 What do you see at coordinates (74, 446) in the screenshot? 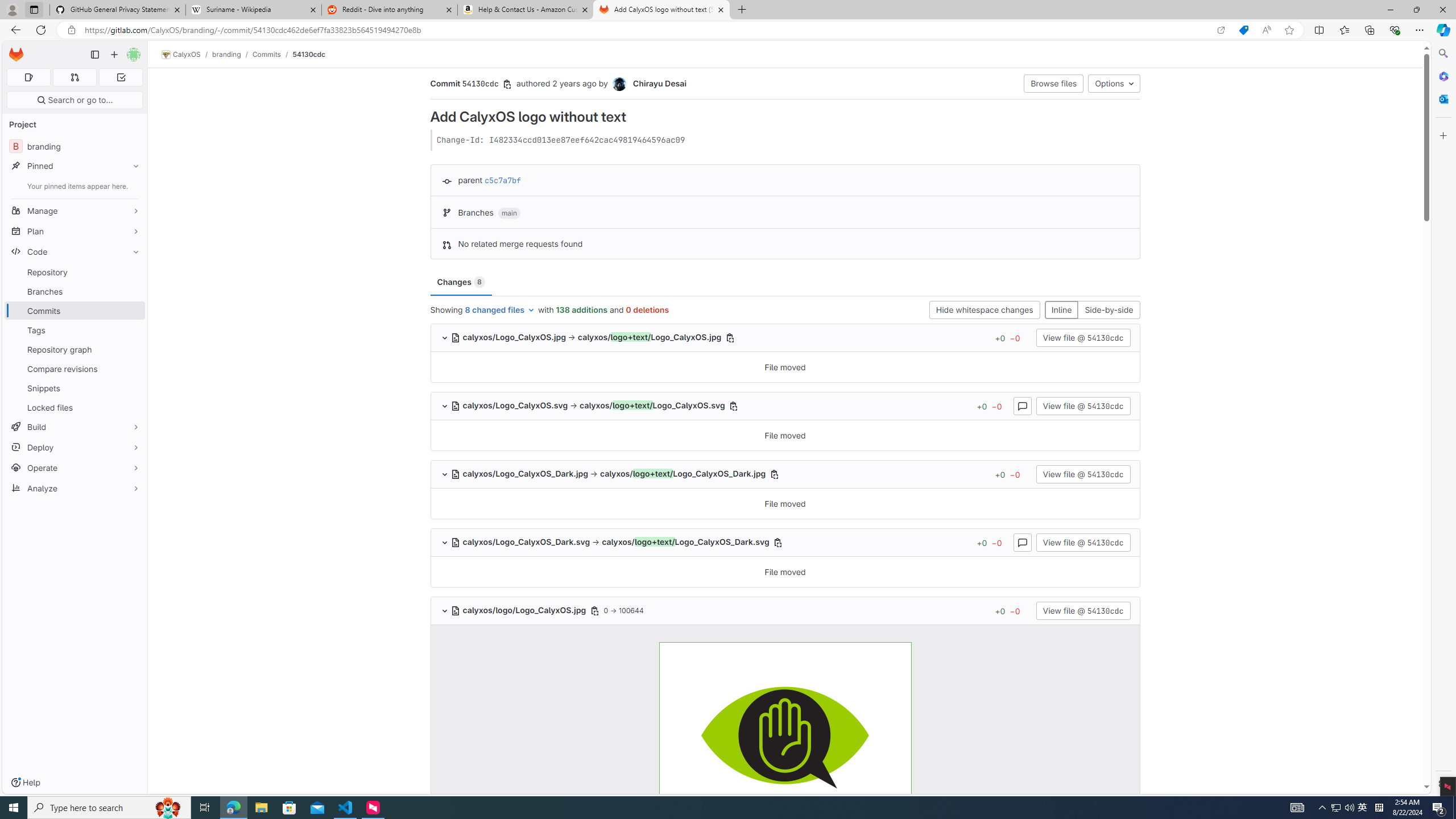
I see `'Deploy'` at bounding box center [74, 446].